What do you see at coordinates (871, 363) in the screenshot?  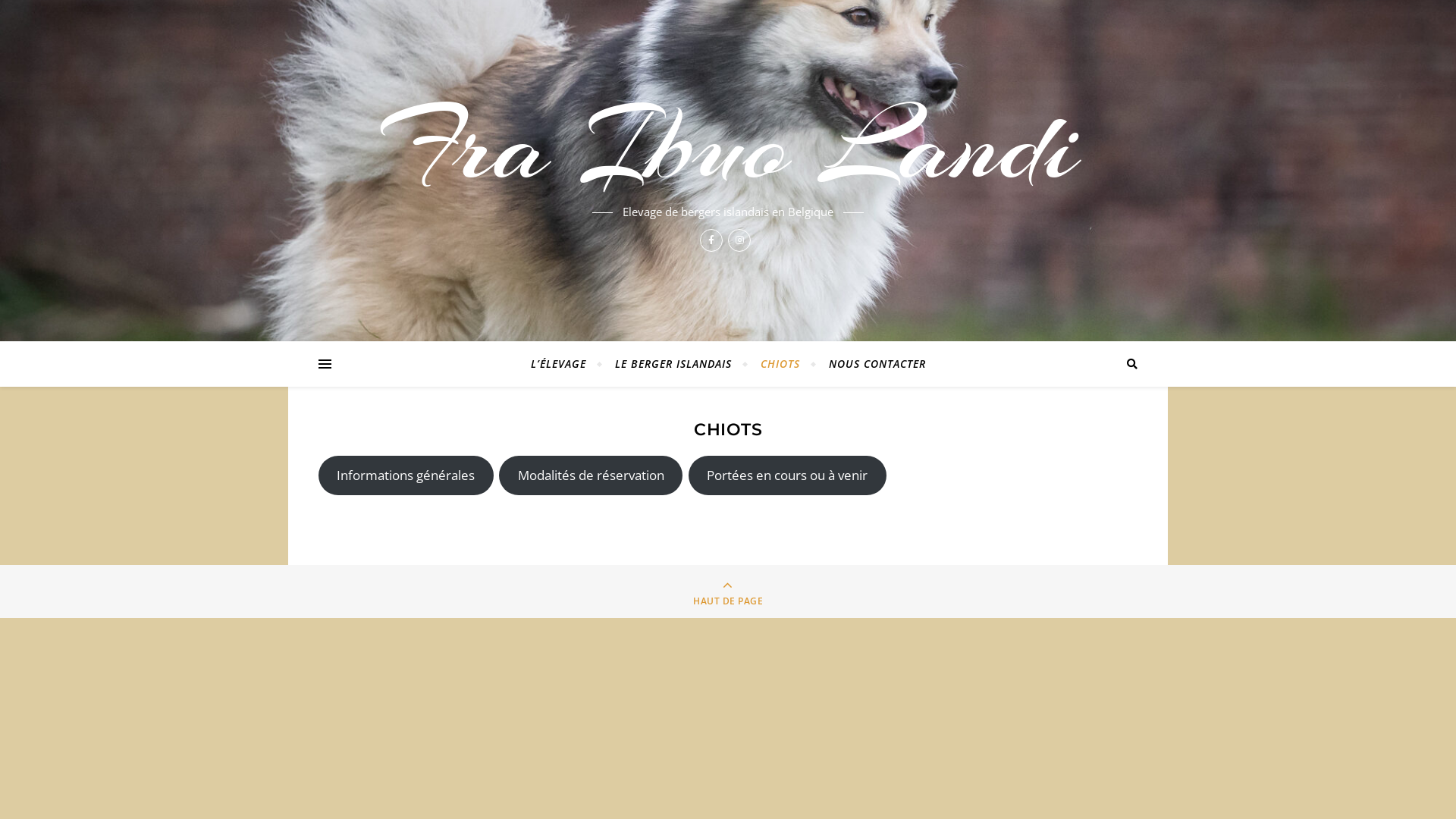 I see `'NOUS CONTACTER'` at bounding box center [871, 363].